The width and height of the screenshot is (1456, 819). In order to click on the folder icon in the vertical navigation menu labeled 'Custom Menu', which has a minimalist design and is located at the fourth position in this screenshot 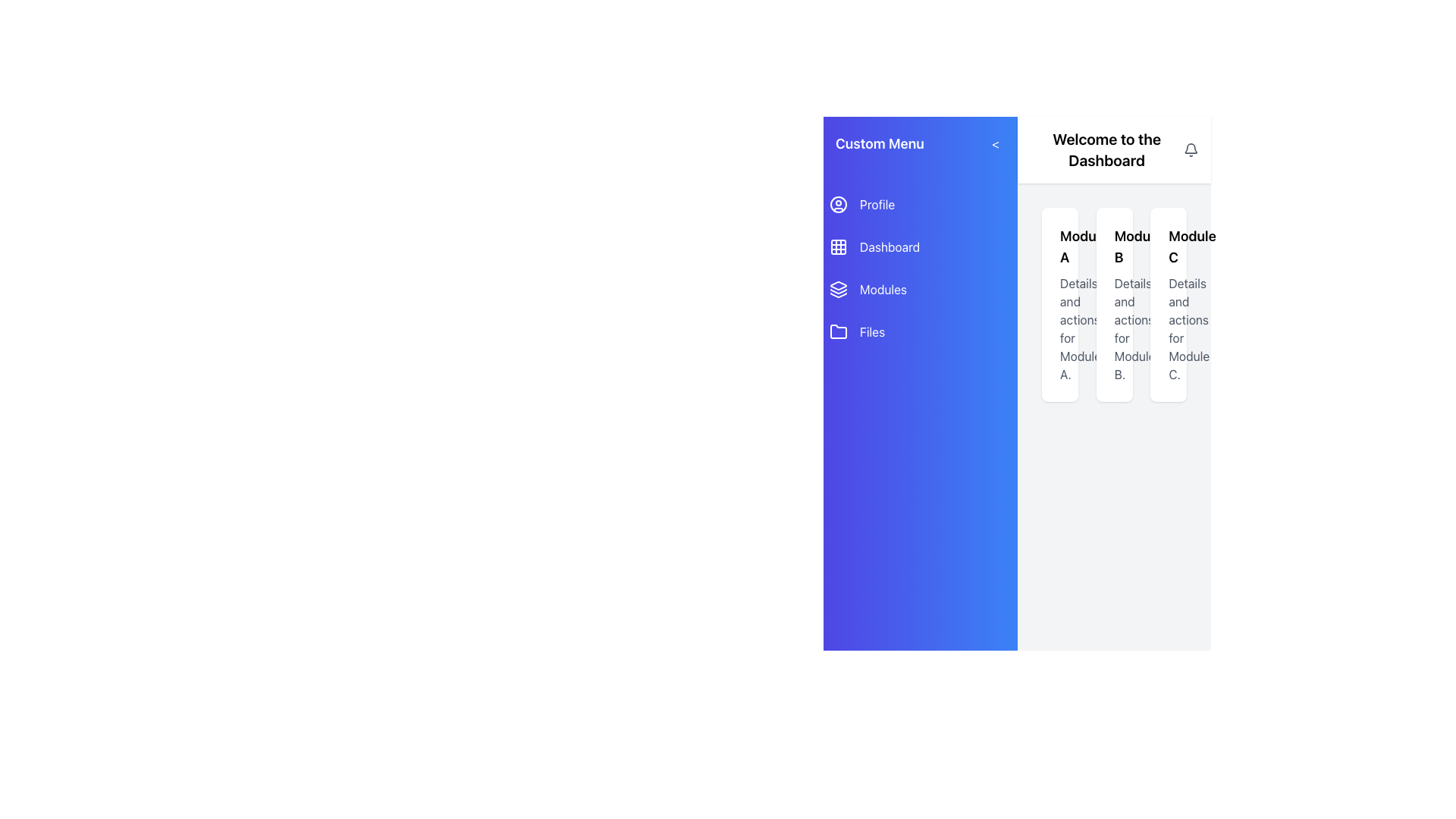, I will do `click(837, 331)`.